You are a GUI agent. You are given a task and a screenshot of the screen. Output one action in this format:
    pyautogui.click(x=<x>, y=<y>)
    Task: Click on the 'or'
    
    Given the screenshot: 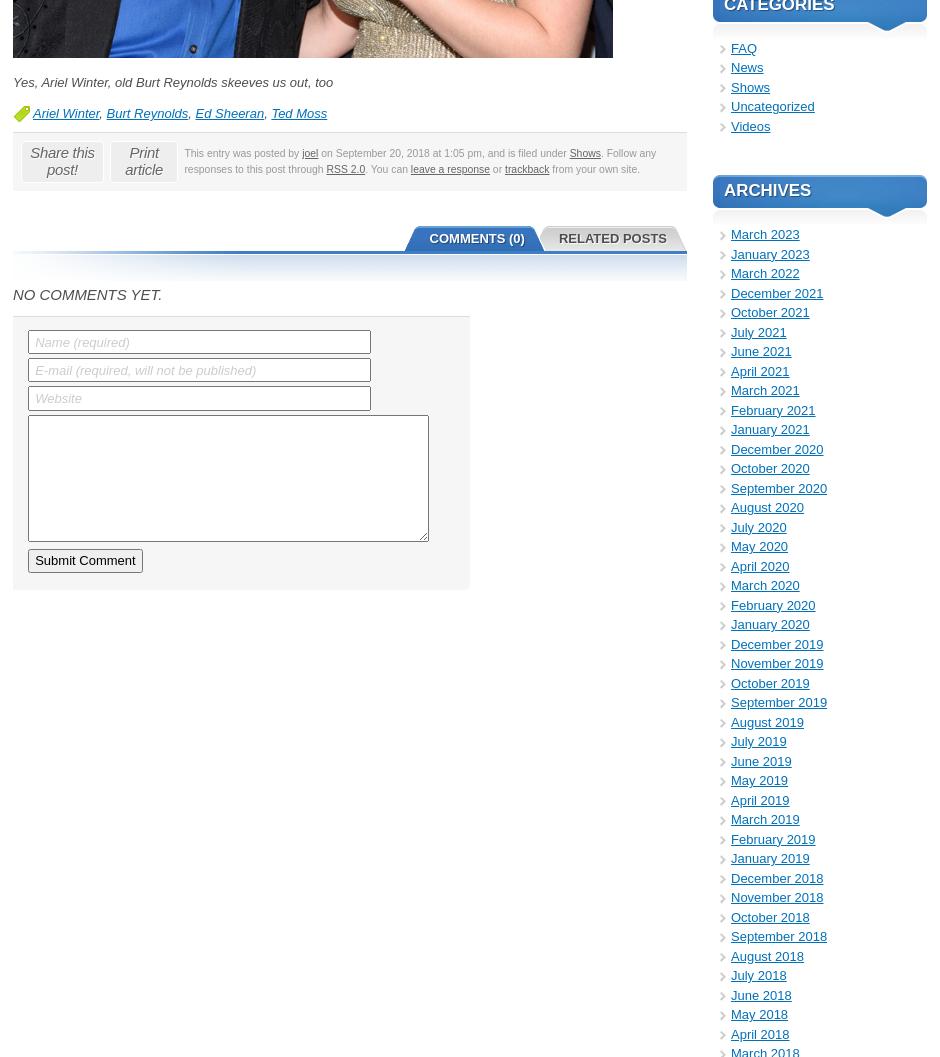 What is the action you would take?
    pyautogui.click(x=496, y=168)
    